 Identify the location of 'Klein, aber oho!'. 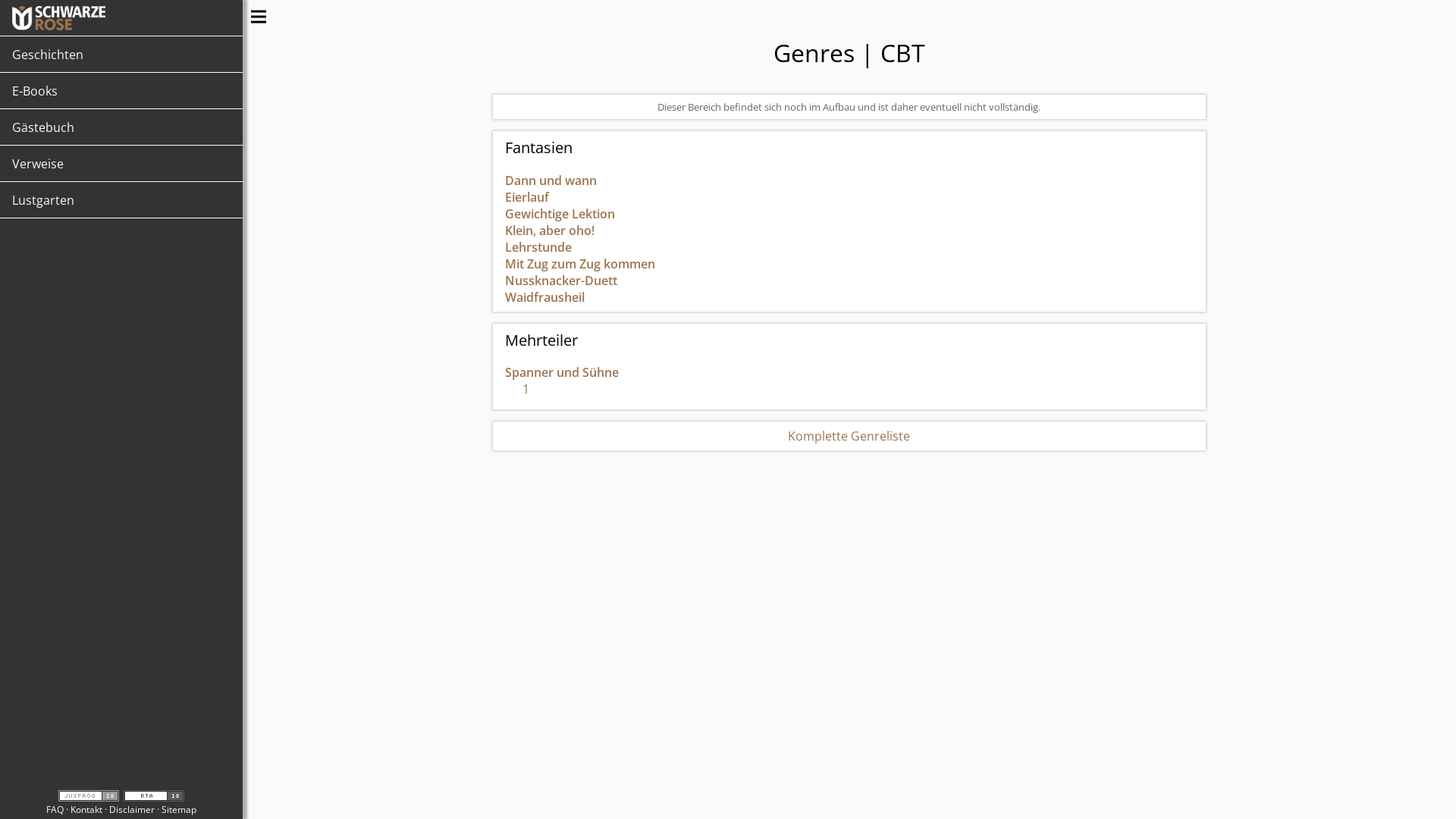
(548, 231).